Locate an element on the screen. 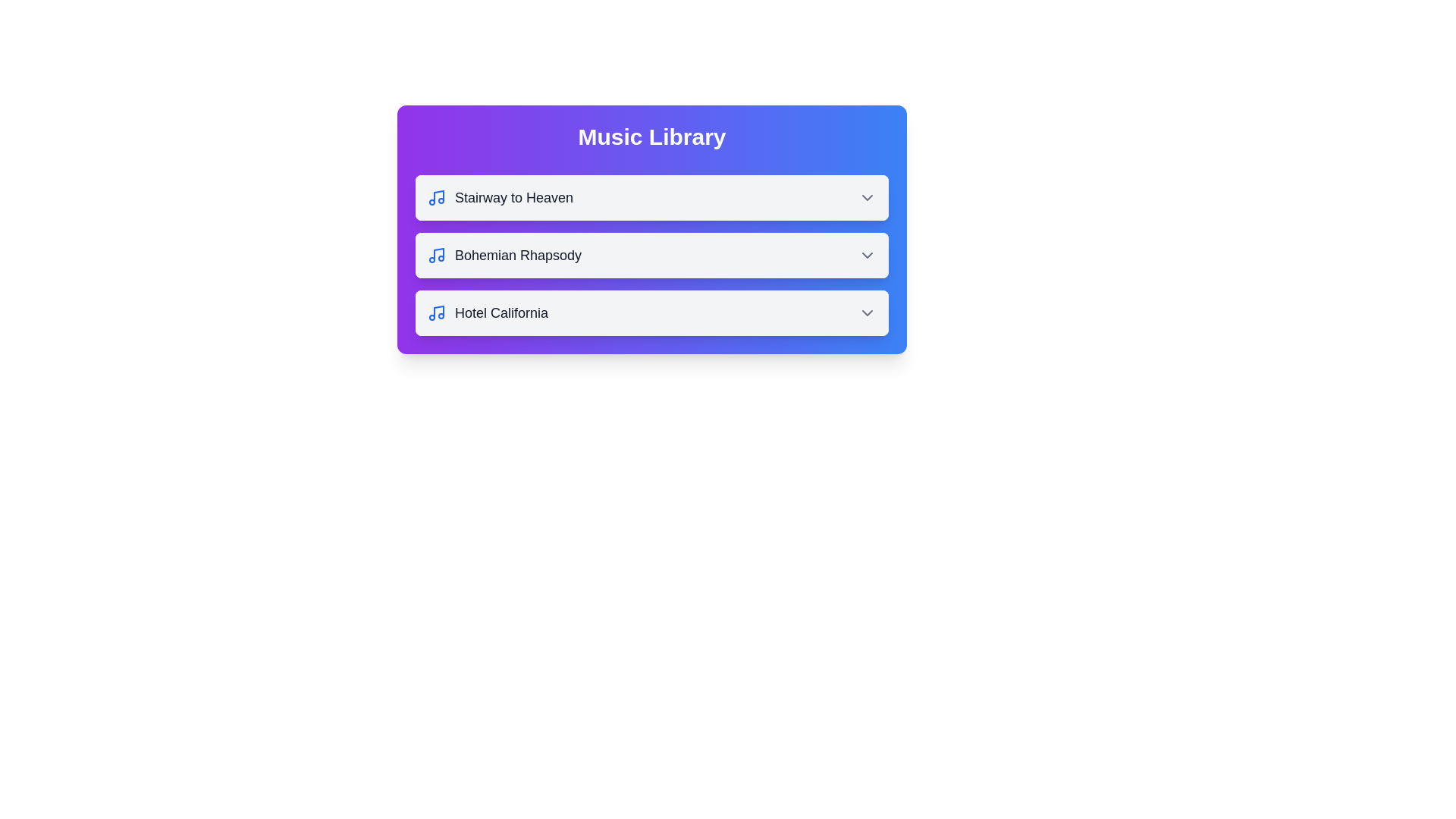 The width and height of the screenshot is (1456, 819). the static text label 'Hotel California', which is styled in a bold, medium-sized font in dark gray and is part of a list titled 'Music Library' is located at coordinates (501, 312).